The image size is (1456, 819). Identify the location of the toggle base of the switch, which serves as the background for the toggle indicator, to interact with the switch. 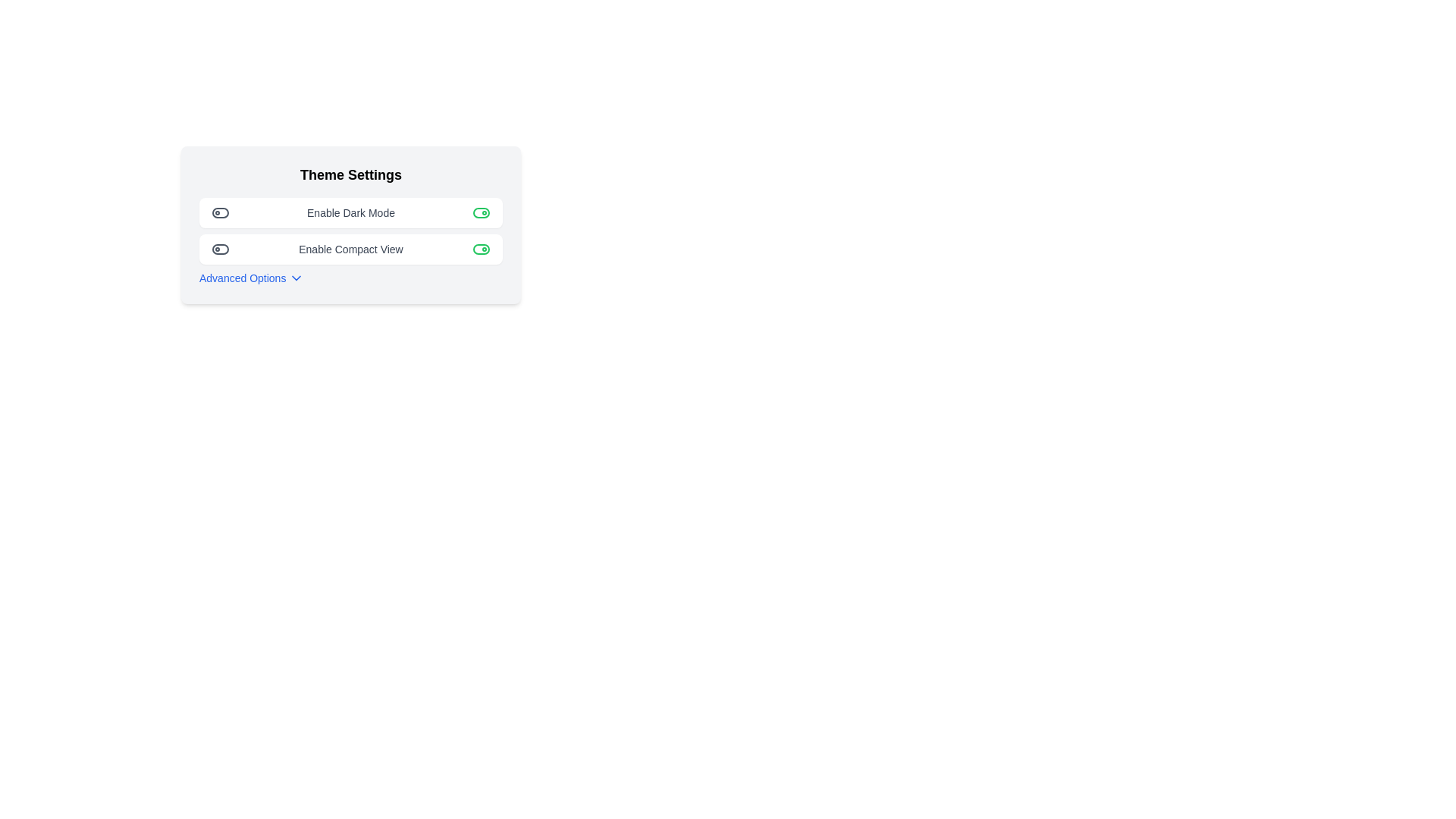
(220, 213).